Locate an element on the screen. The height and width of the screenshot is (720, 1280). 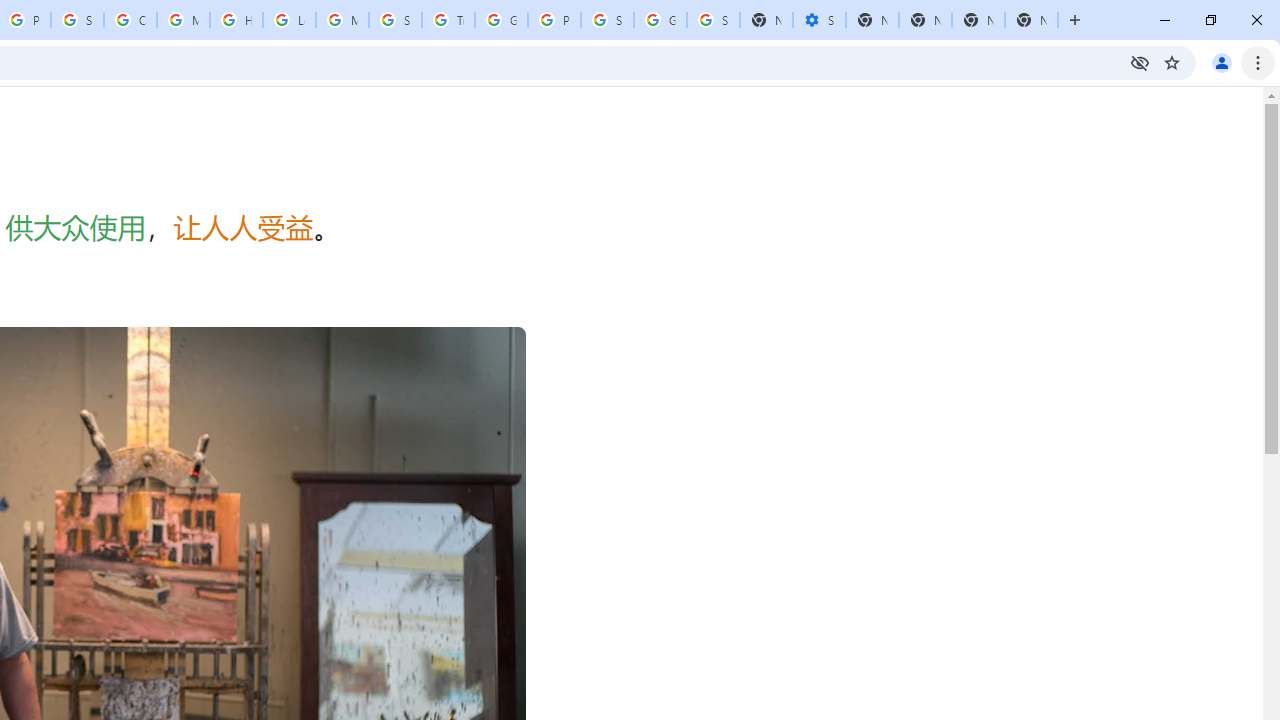
'Minimize' is located at coordinates (1165, 20).